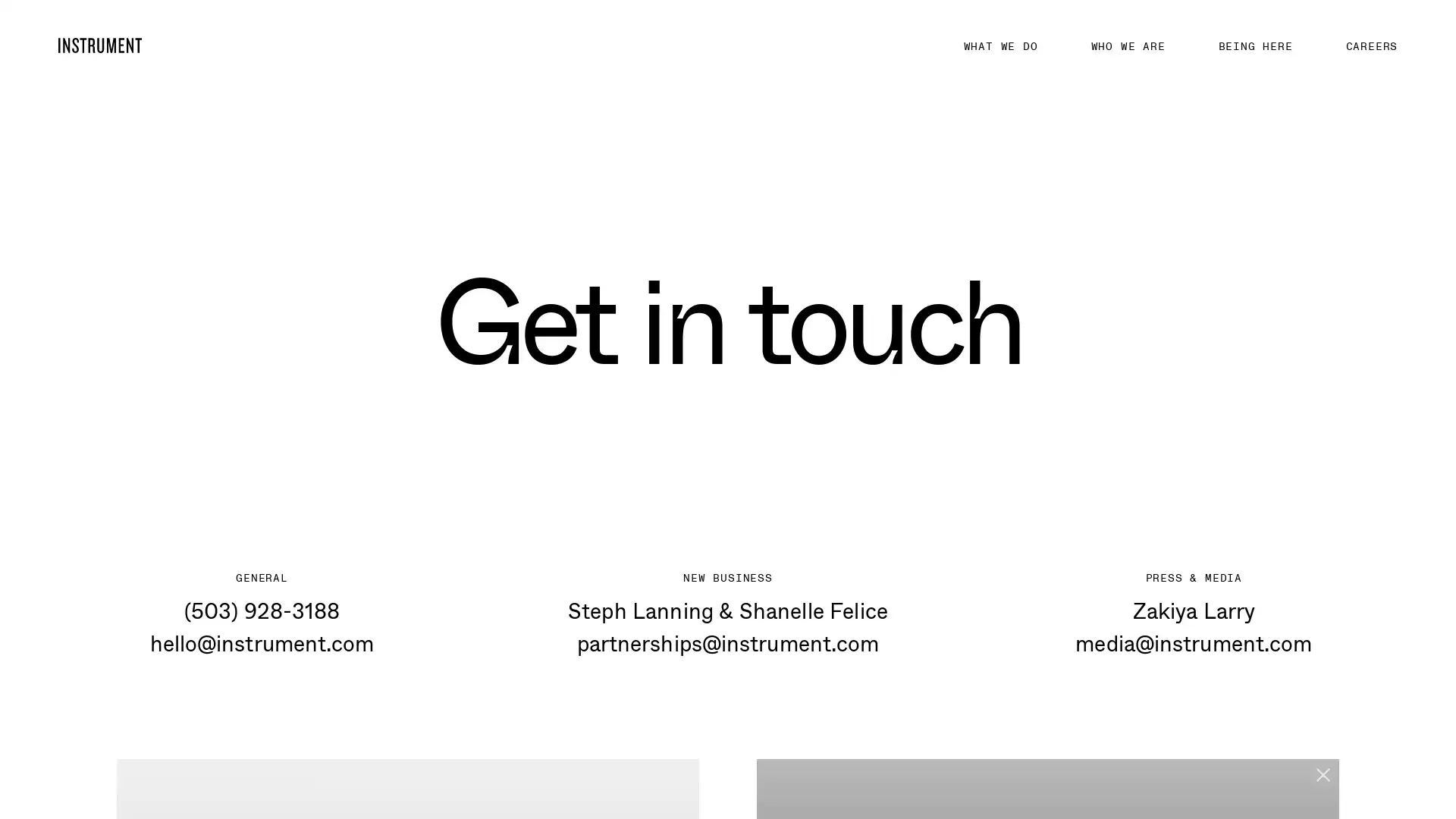 Image resolution: width=1456 pixels, height=819 pixels. I want to click on Play/pause inline video, so click(145, 758).